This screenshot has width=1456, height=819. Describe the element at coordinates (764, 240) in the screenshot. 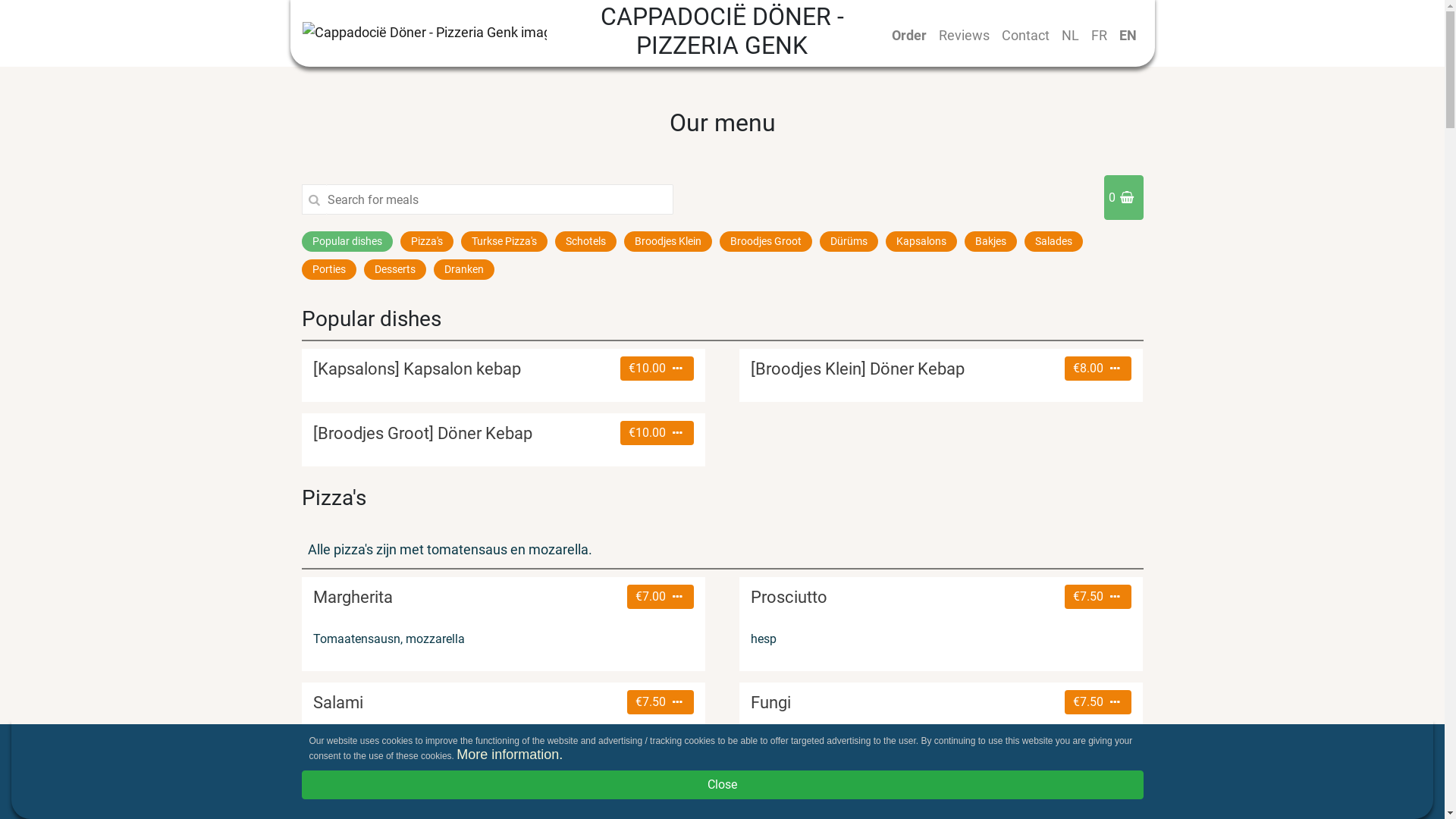

I see `'Broodjes Groot'` at that location.